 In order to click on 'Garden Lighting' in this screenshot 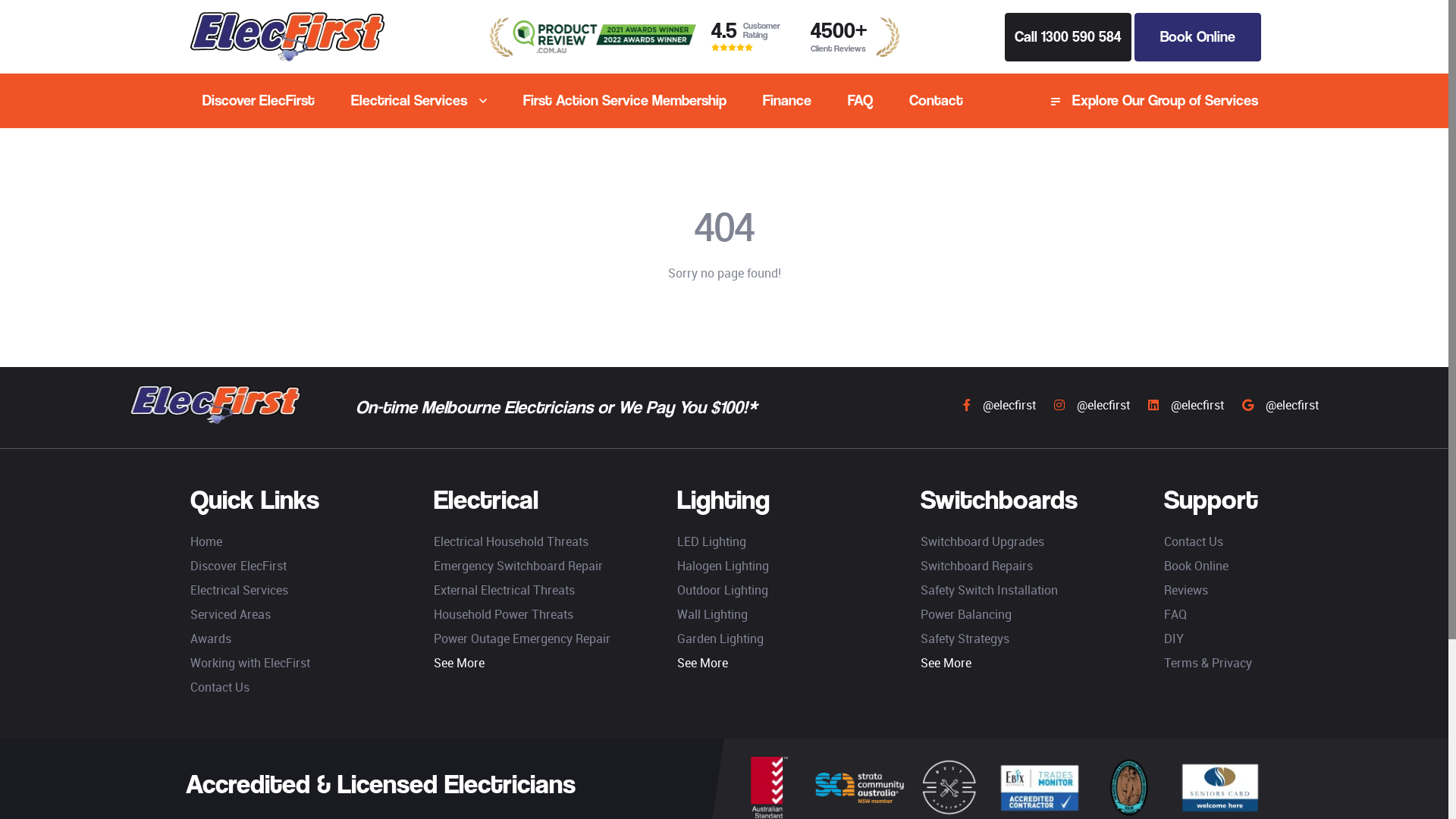, I will do `click(720, 638)`.